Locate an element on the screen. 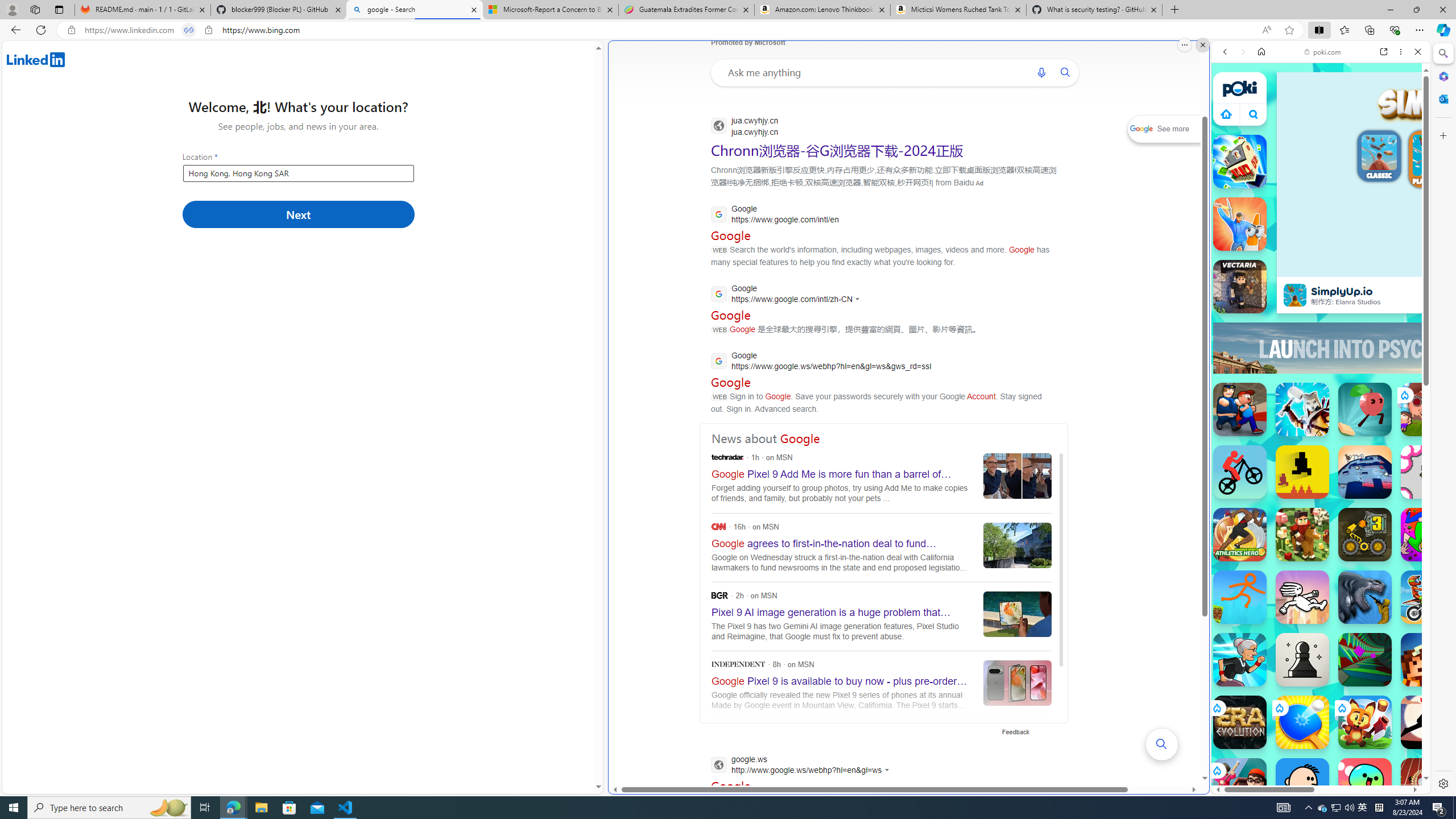 This screenshot has height=819, width=1456. 'Class: B_5ykBA46kDOxiz_R9wm' is located at coordinates (1254, 113).